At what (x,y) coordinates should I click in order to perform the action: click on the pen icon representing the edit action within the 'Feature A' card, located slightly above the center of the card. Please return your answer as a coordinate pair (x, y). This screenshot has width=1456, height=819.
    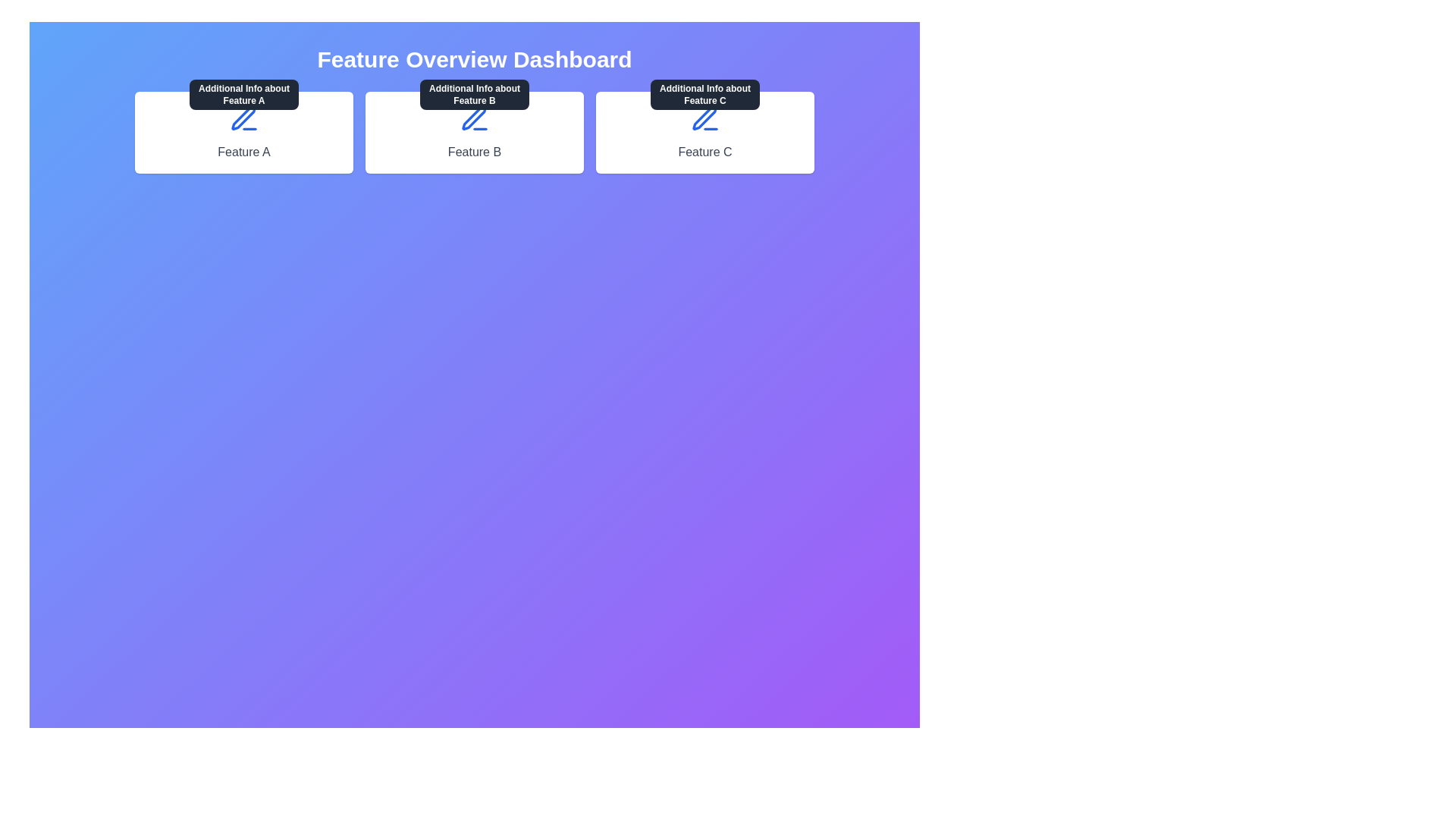
    Looking at the image, I should click on (243, 118).